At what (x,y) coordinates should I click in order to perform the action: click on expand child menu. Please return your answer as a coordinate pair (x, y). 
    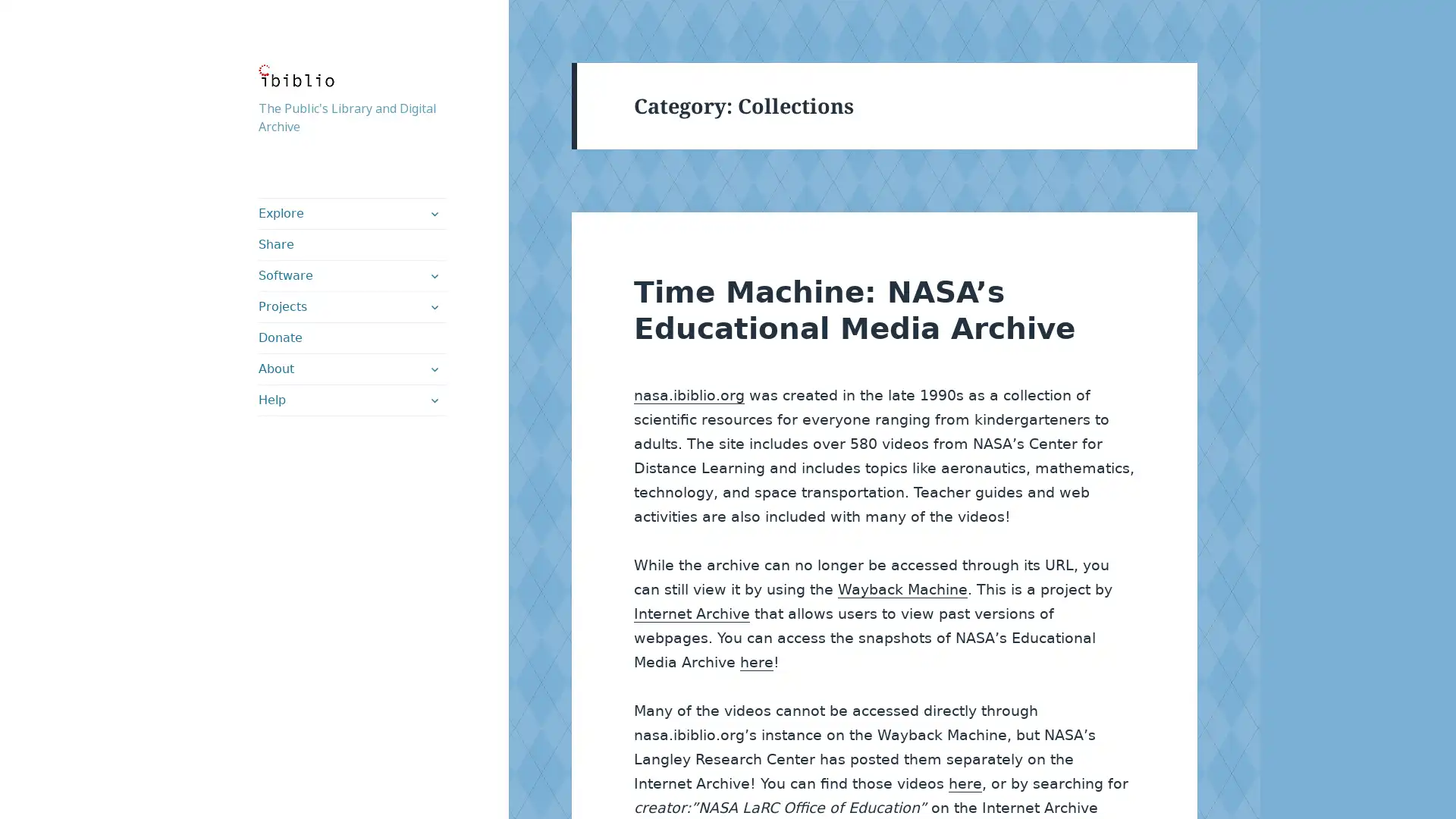
    Looking at the image, I should click on (432, 275).